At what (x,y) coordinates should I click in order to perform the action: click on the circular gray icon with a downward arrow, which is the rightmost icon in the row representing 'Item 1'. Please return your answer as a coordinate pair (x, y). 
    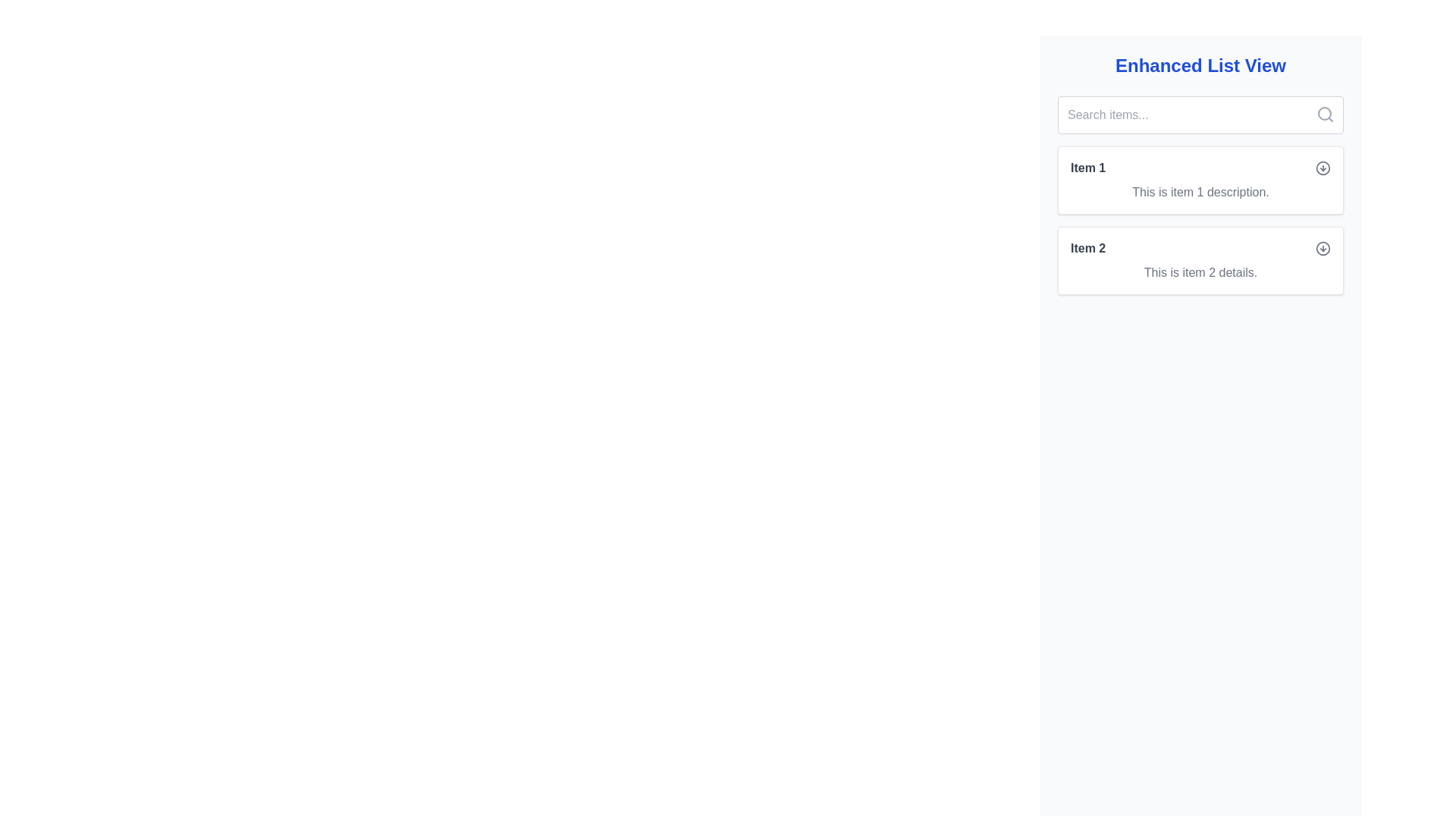
    Looking at the image, I should click on (1323, 168).